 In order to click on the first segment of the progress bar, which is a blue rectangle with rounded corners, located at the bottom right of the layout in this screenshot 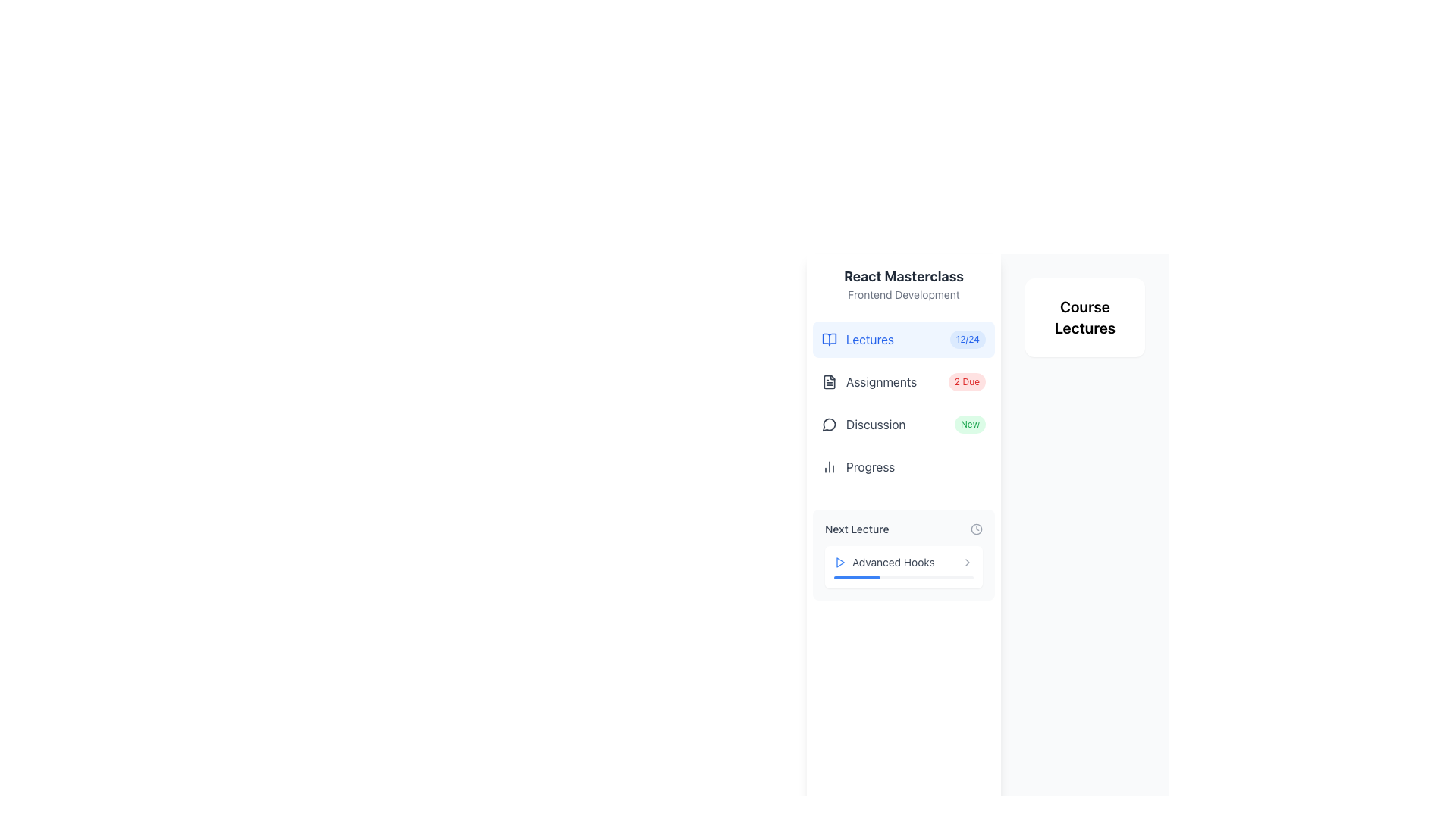, I will do `click(857, 578)`.